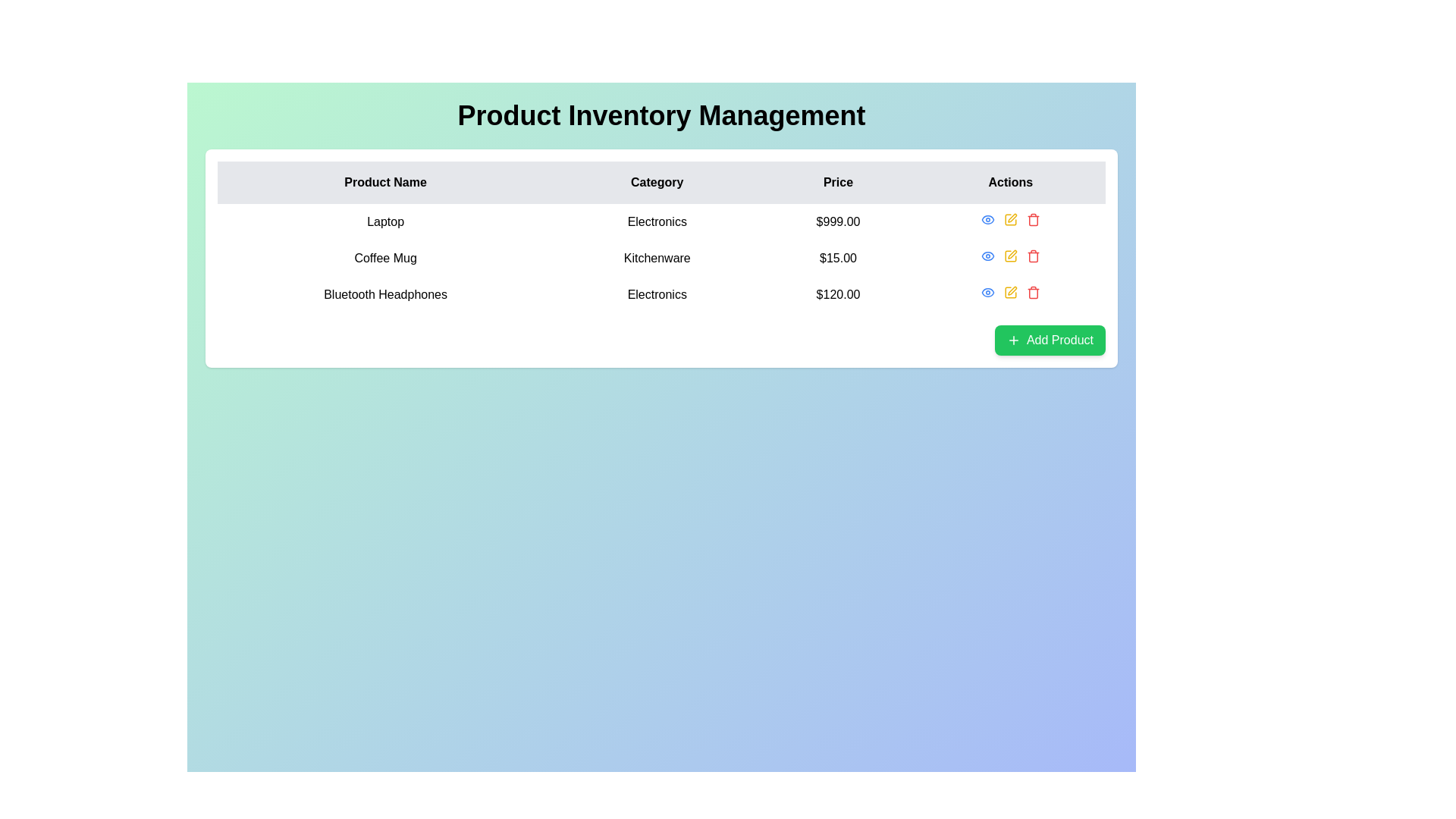 This screenshot has width=1456, height=819. What do you see at coordinates (661, 222) in the screenshot?
I see `information displayed in the first row of the table containing the product name 'Laptop', category 'Electronics', and price '$999.00'` at bounding box center [661, 222].